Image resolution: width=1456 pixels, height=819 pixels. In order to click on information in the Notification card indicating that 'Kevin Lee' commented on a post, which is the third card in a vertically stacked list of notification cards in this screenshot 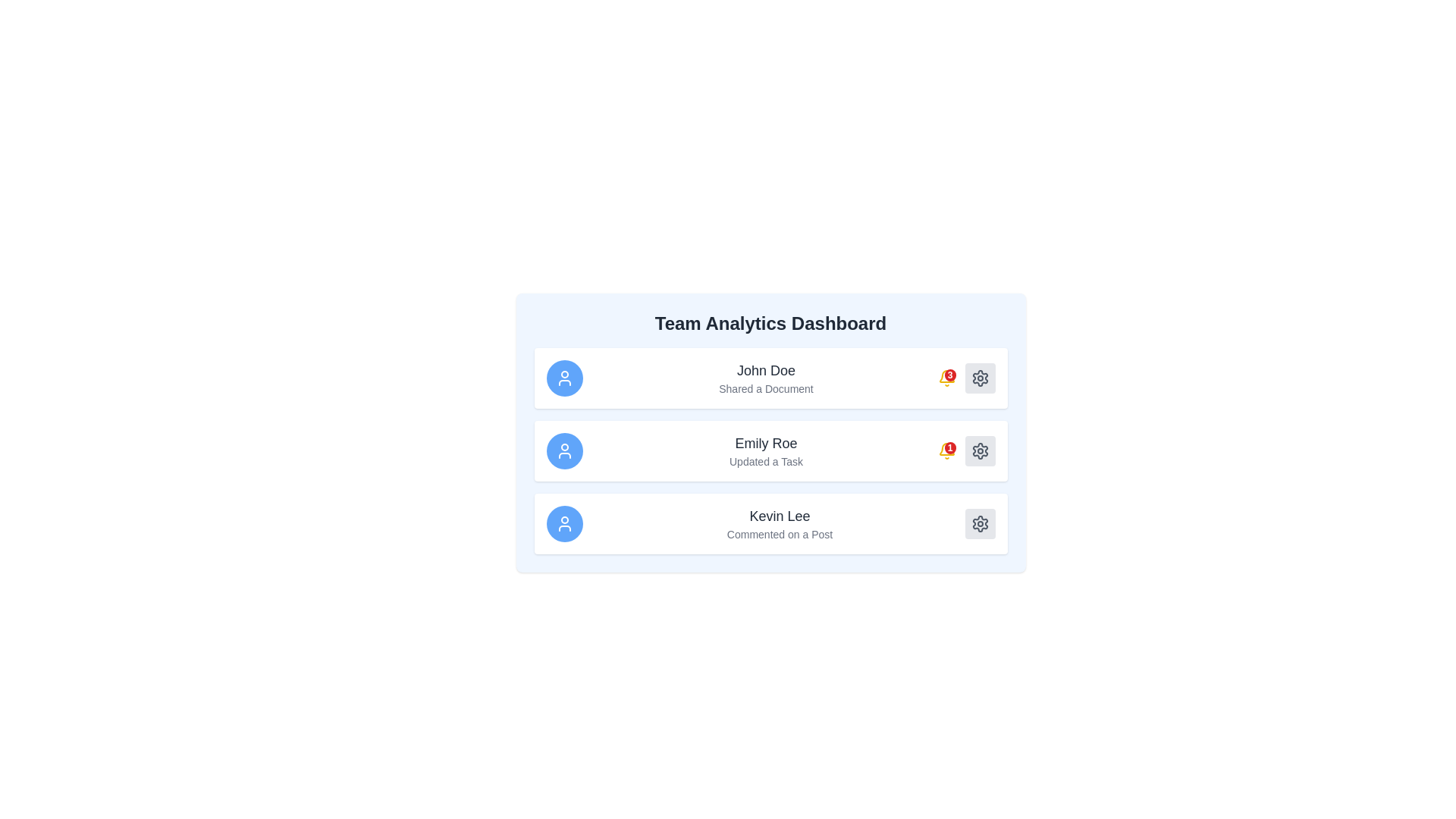, I will do `click(770, 522)`.